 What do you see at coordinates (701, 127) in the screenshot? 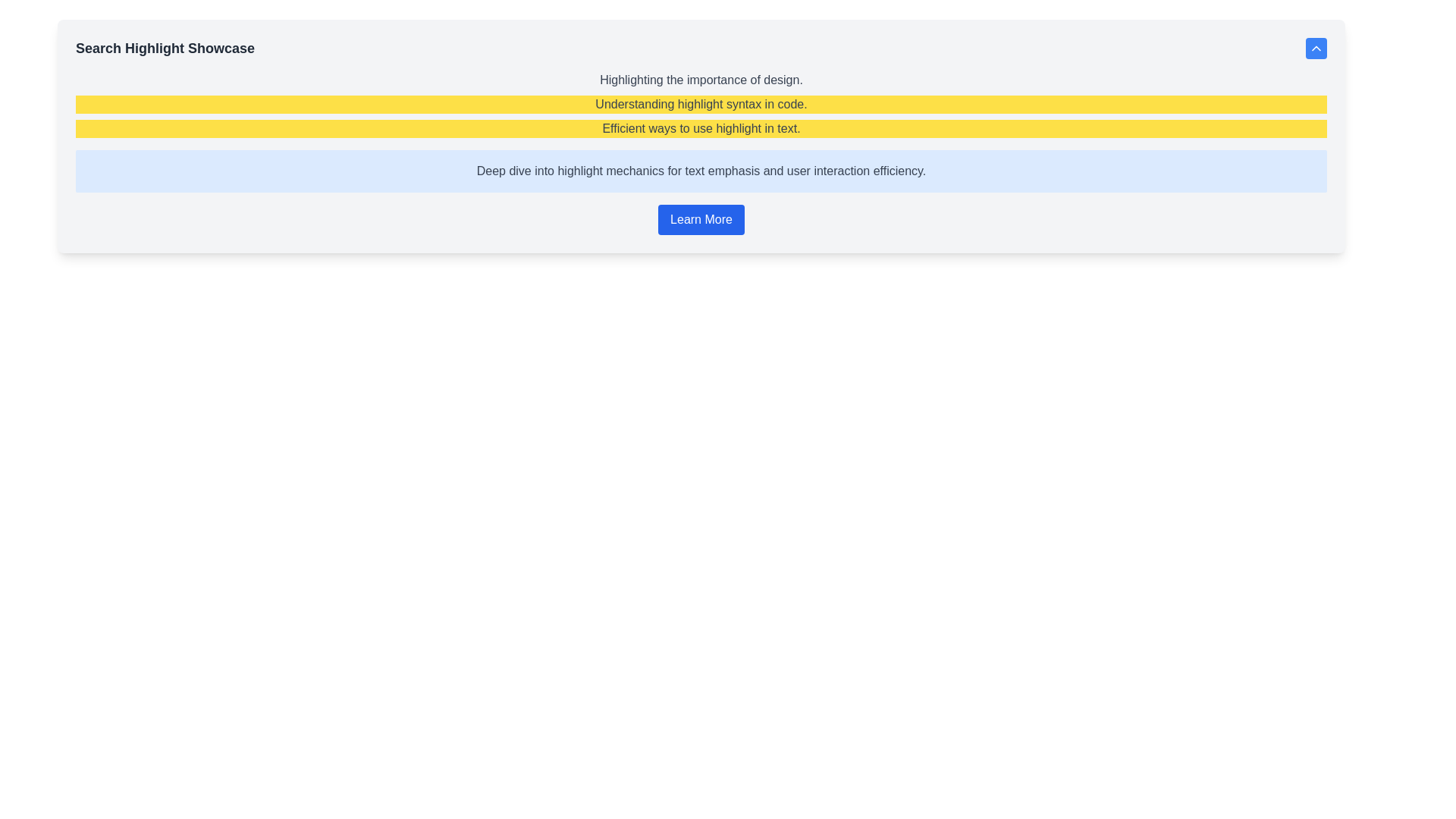
I see `the Text element that emphasizes efficient ways of using highlights in text, which is the third item in a vertical list of highlighted text items` at bounding box center [701, 127].